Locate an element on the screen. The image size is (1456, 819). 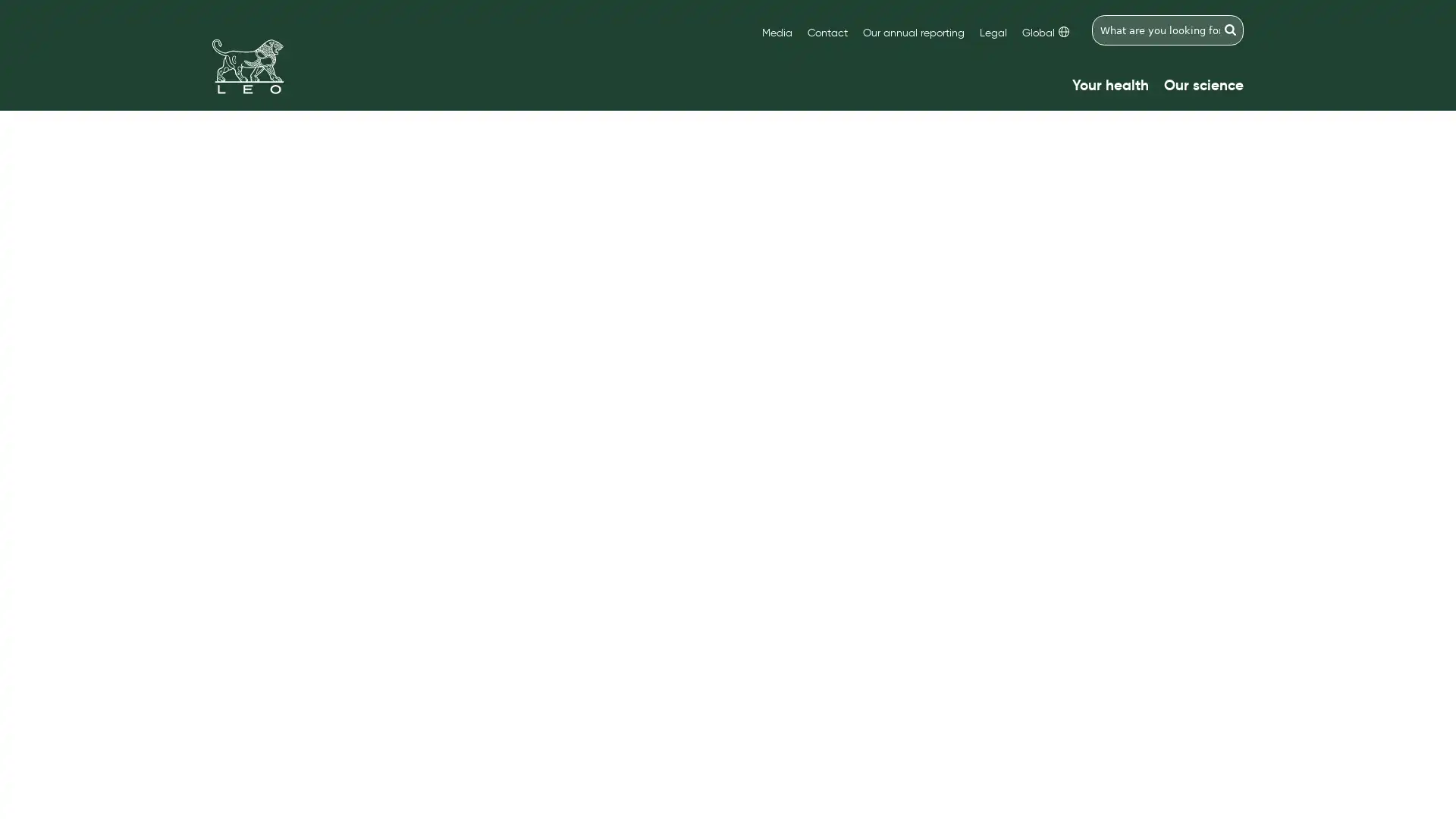
Submit search is located at coordinates (1230, 30).